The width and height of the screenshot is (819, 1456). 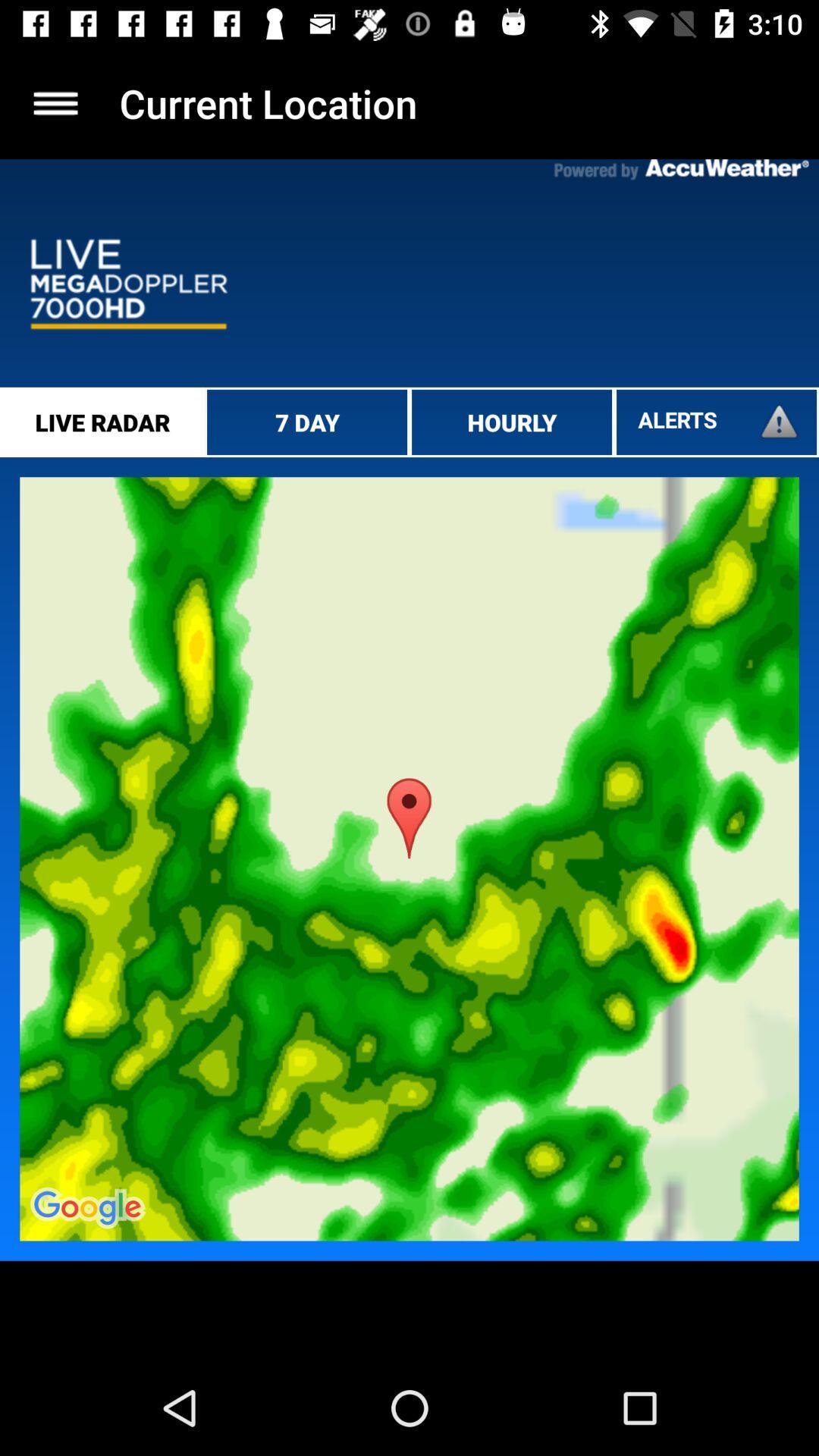 What do you see at coordinates (55, 102) in the screenshot?
I see `the menu icon` at bounding box center [55, 102].